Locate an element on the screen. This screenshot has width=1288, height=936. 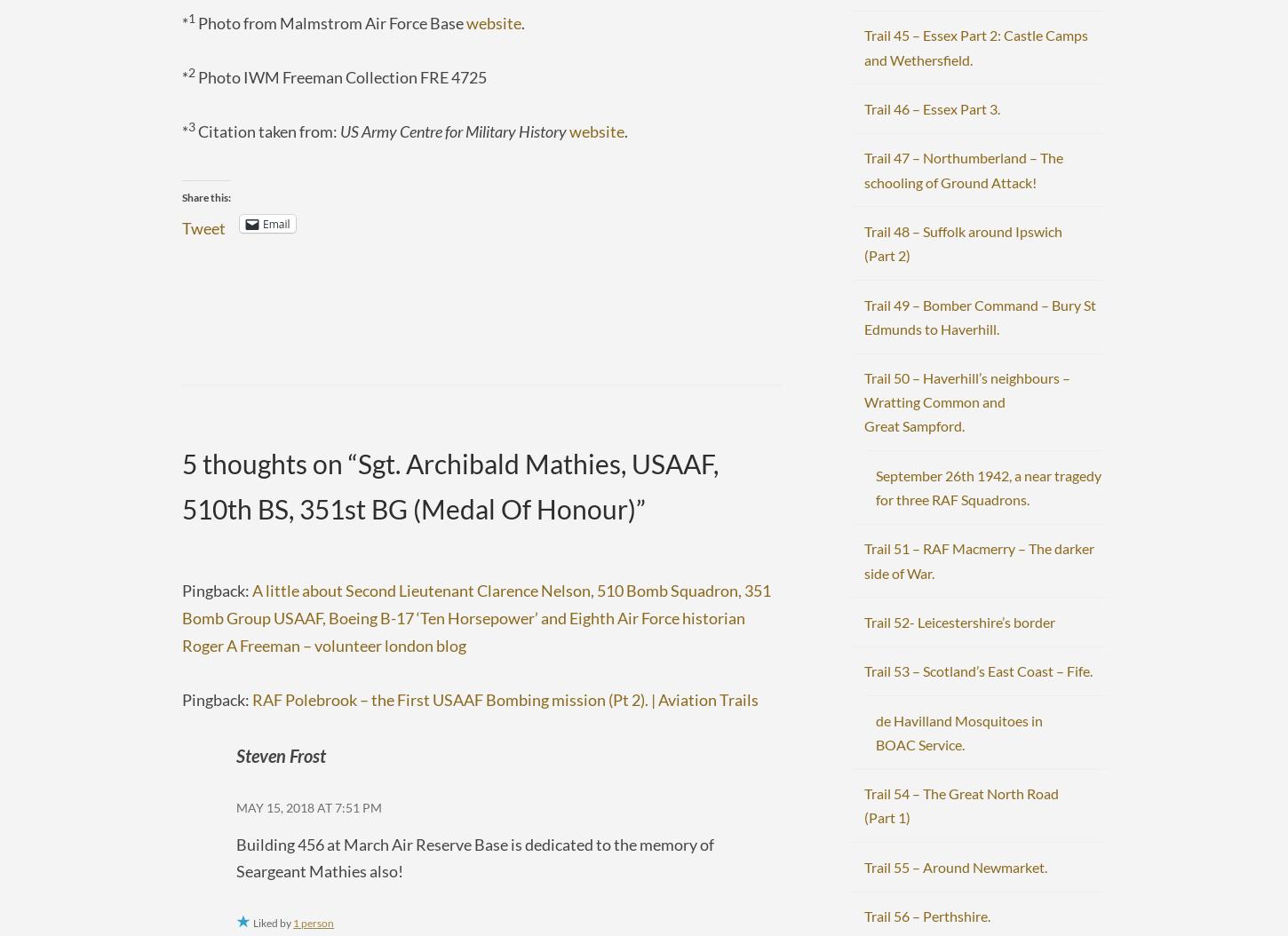
'Trail 56 – Perthshire.' is located at coordinates (926, 915).